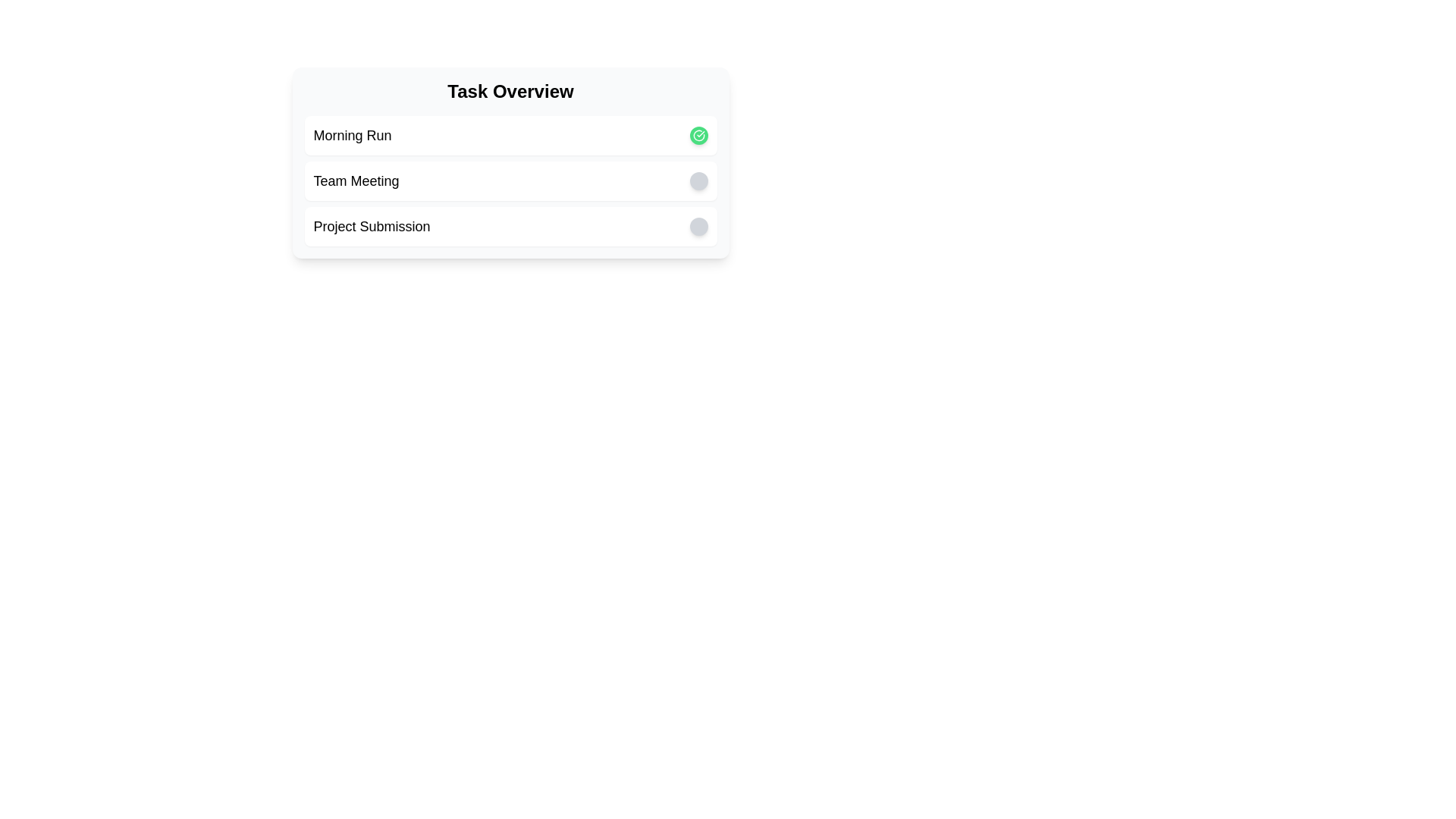  Describe the element at coordinates (510, 180) in the screenshot. I see `the list item representing the task 'Team Meeting'` at that location.